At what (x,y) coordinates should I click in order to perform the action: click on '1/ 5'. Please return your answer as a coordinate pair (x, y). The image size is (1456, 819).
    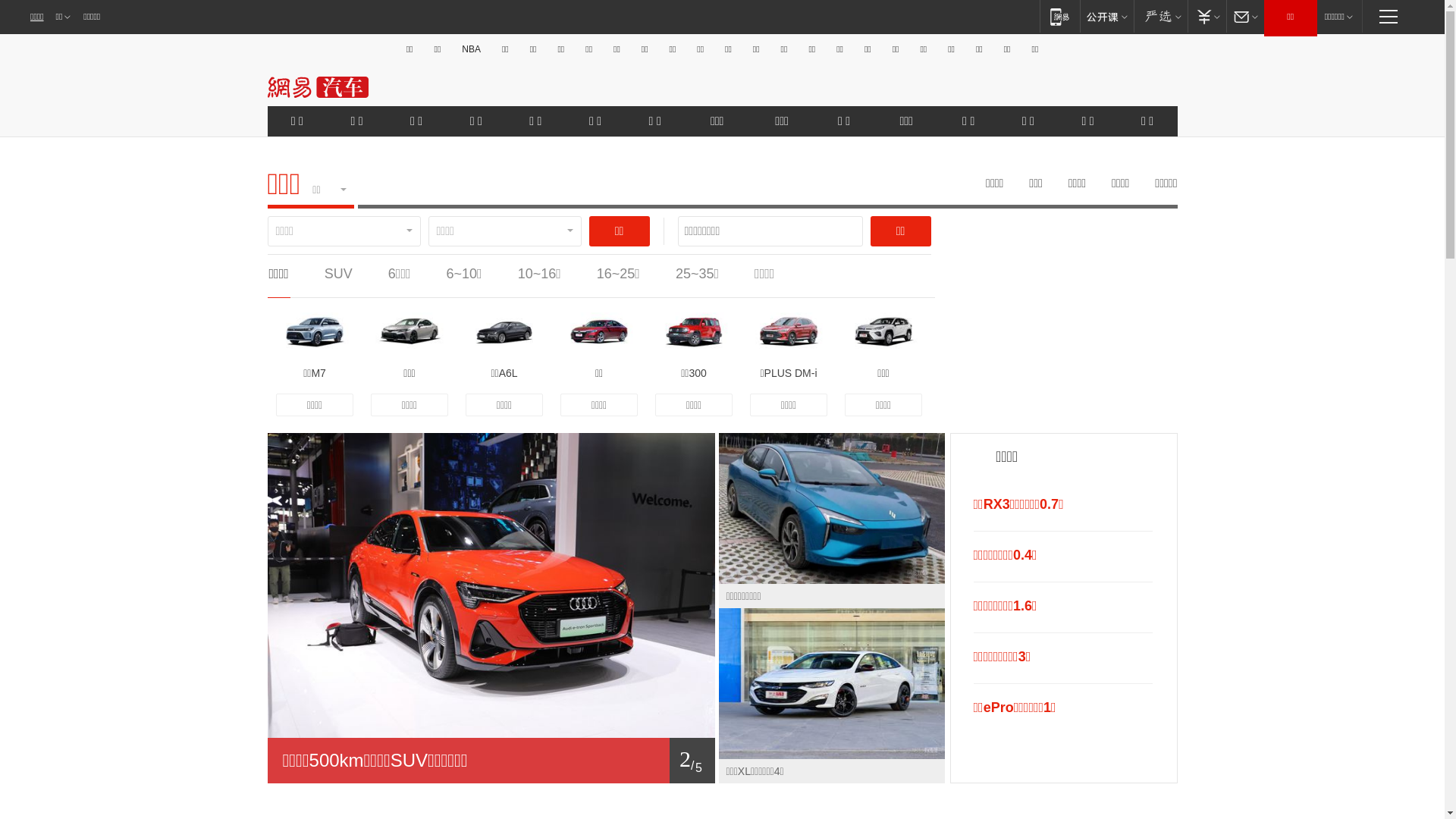
    Looking at the image, I should click on (491, 760).